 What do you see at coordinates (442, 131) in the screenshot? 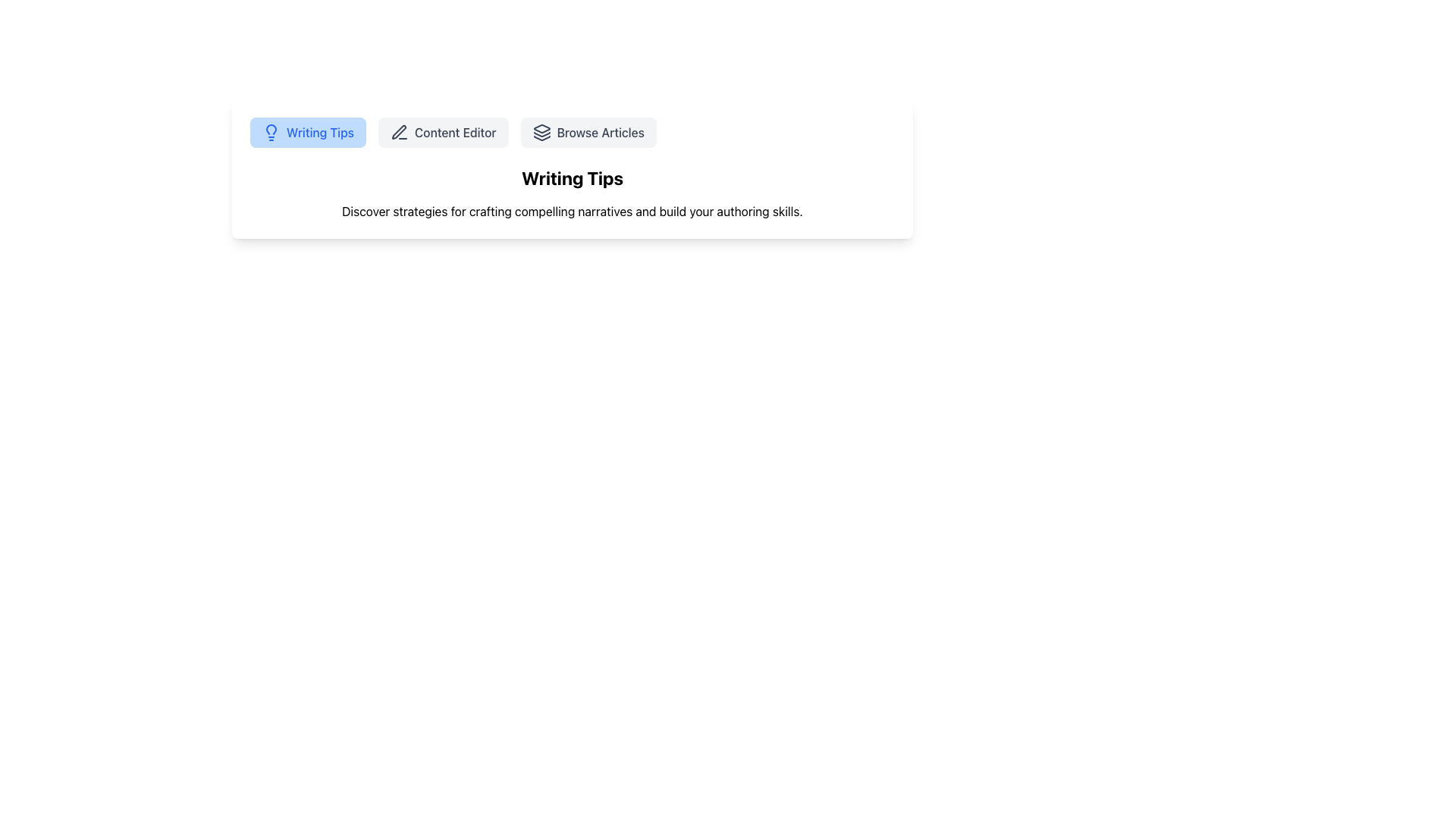
I see `the second button in the horizontal row of three buttons, which is located between the 'Writing Tips' button and the 'Browse Articles' button` at bounding box center [442, 131].